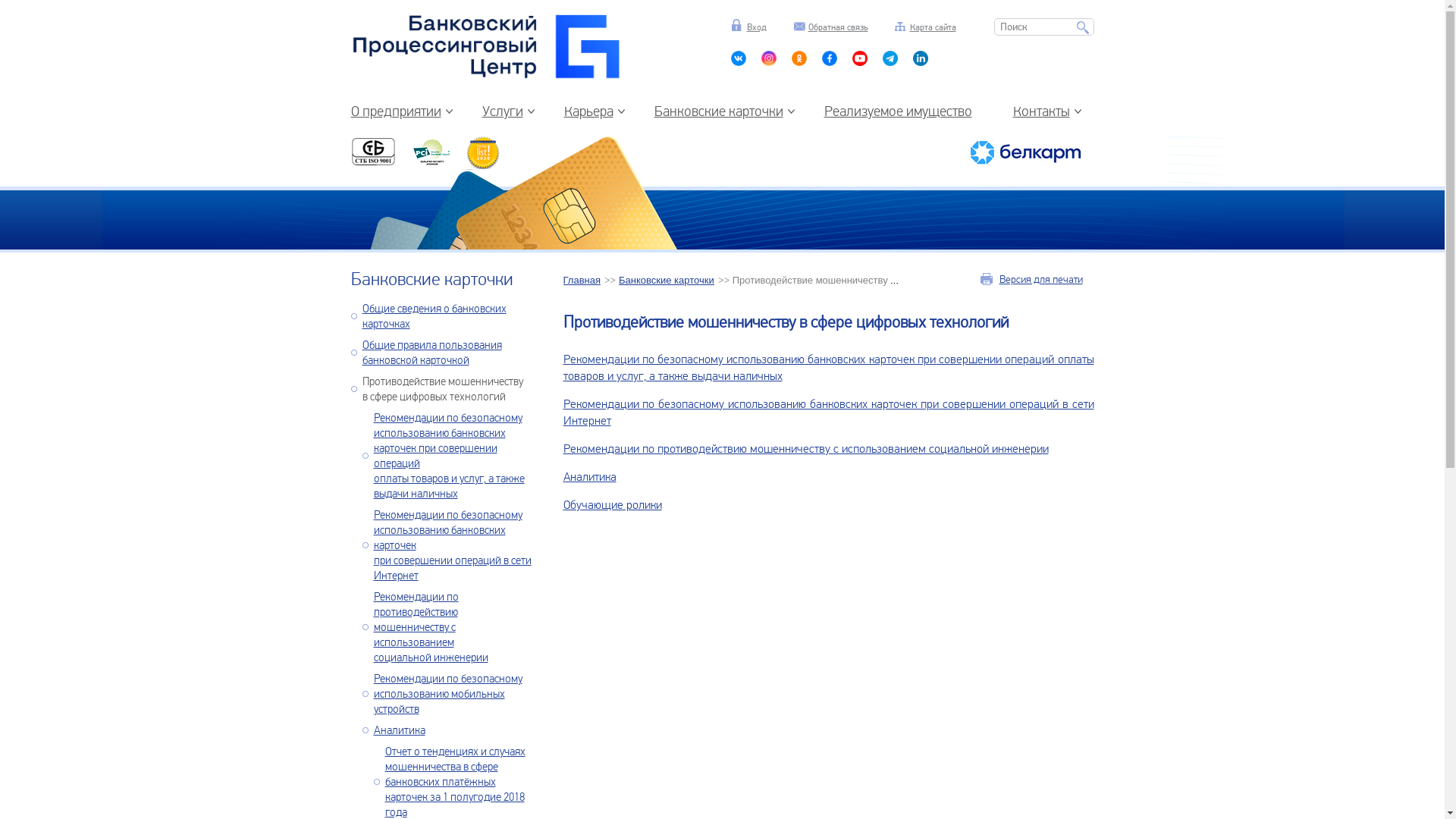  What do you see at coordinates (890, 61) in the screenshot?
I see `'Facebook'` at bounding box center [890, 61].